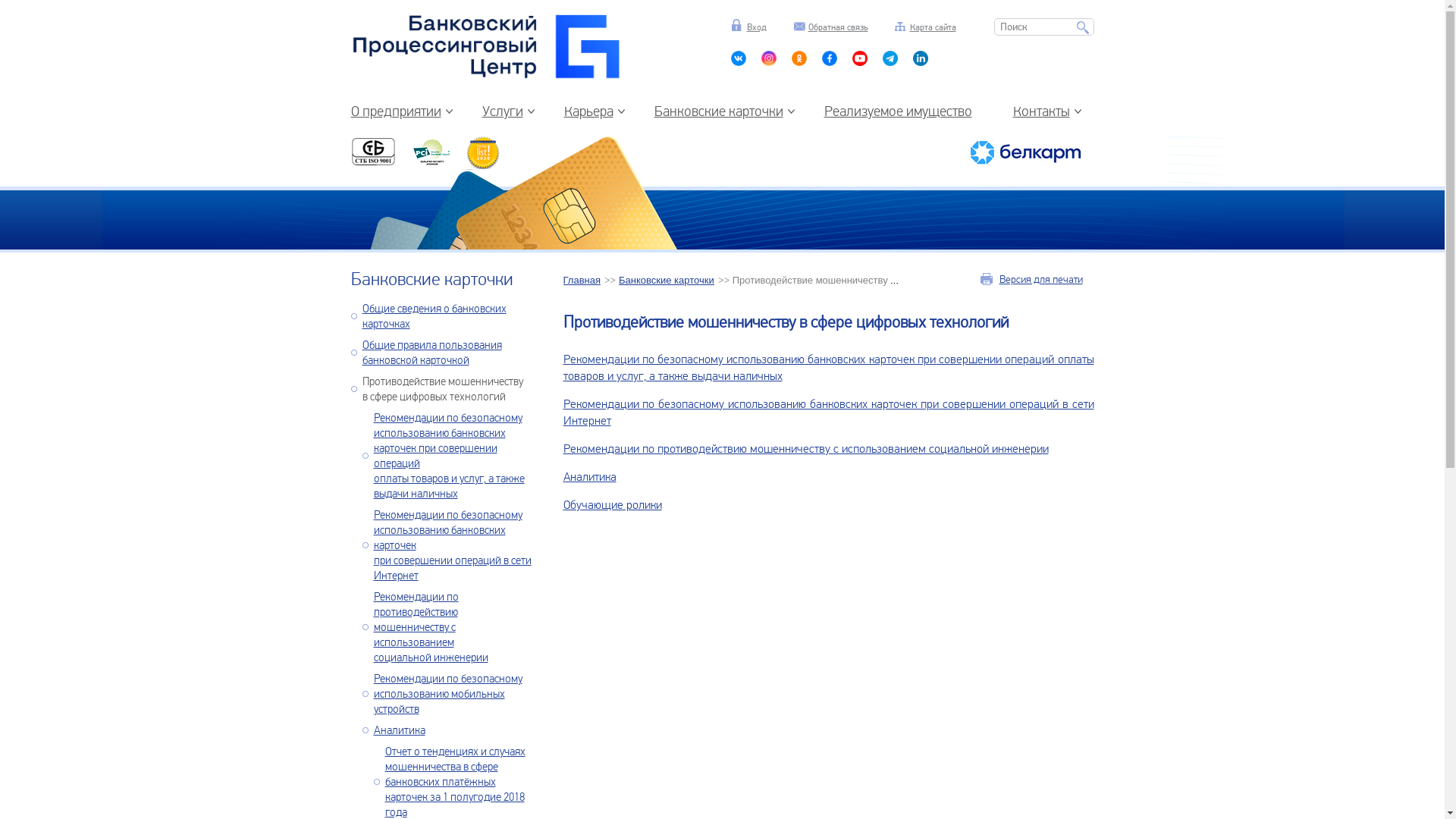  What do you see at coordinates (890, 61) in the screenshot?
I see `'Facebook'` at bounding box center [890, 61].